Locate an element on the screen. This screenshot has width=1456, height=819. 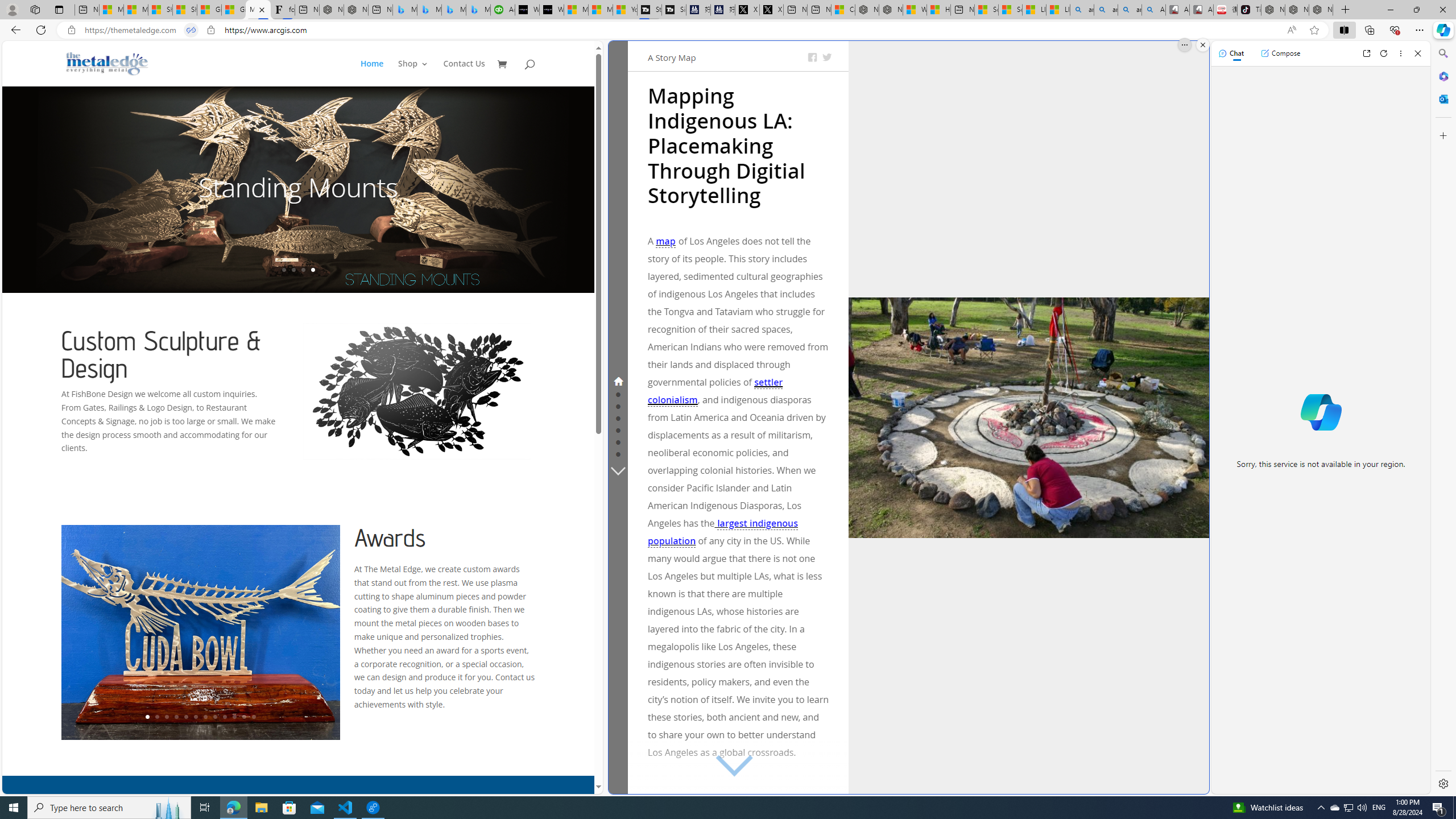
'Go to section 4: Kuruvungna ' is located at coordinates (617, 416).